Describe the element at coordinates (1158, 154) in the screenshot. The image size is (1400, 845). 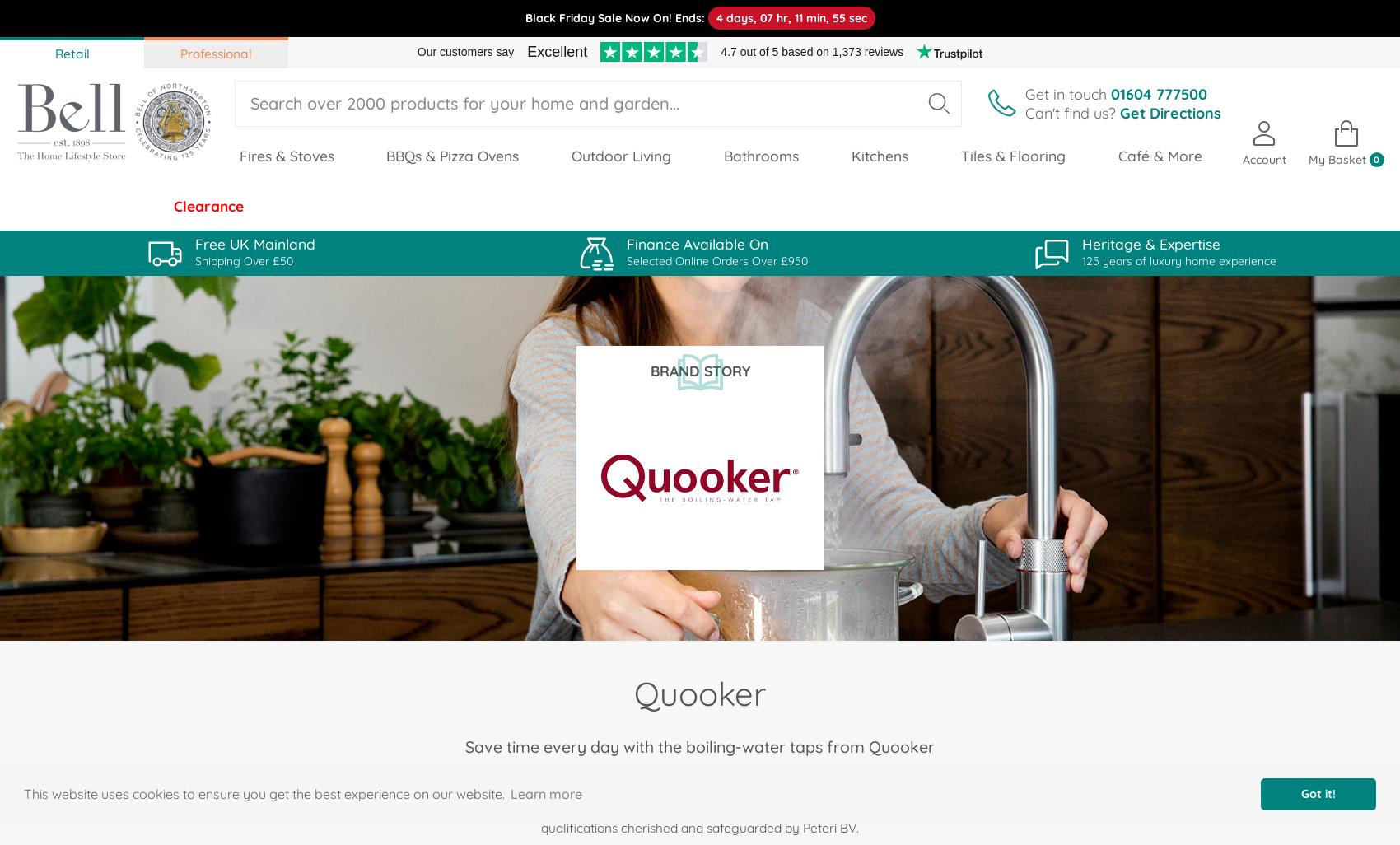
I see `'Café & More'` at that location.